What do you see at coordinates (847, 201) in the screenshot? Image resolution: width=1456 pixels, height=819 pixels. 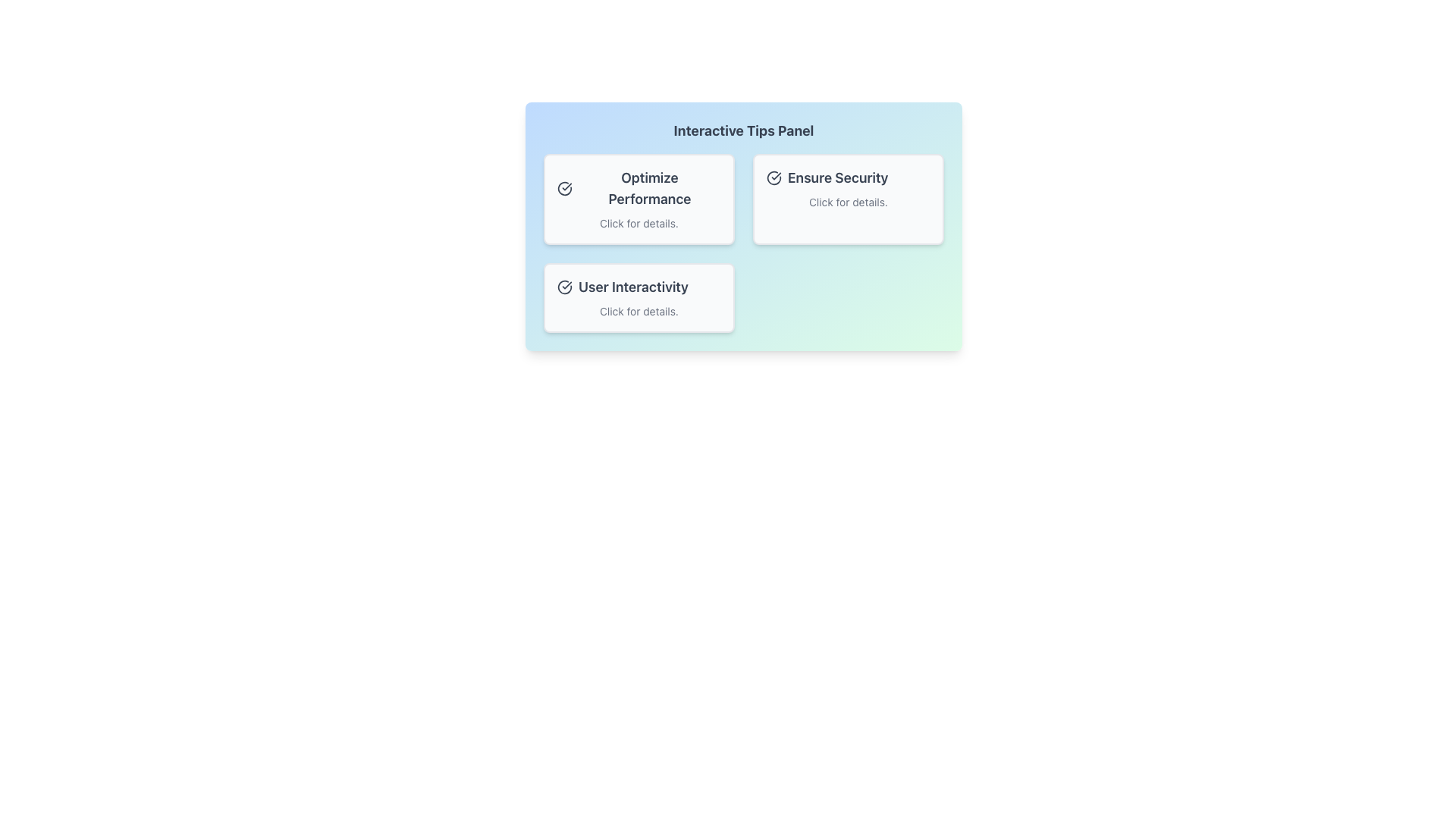 I see `the descriptive Text label located at the bottom of the 'Ensure Security' card, which is centered horizontally below the main title` at bounding box center [847, 201].